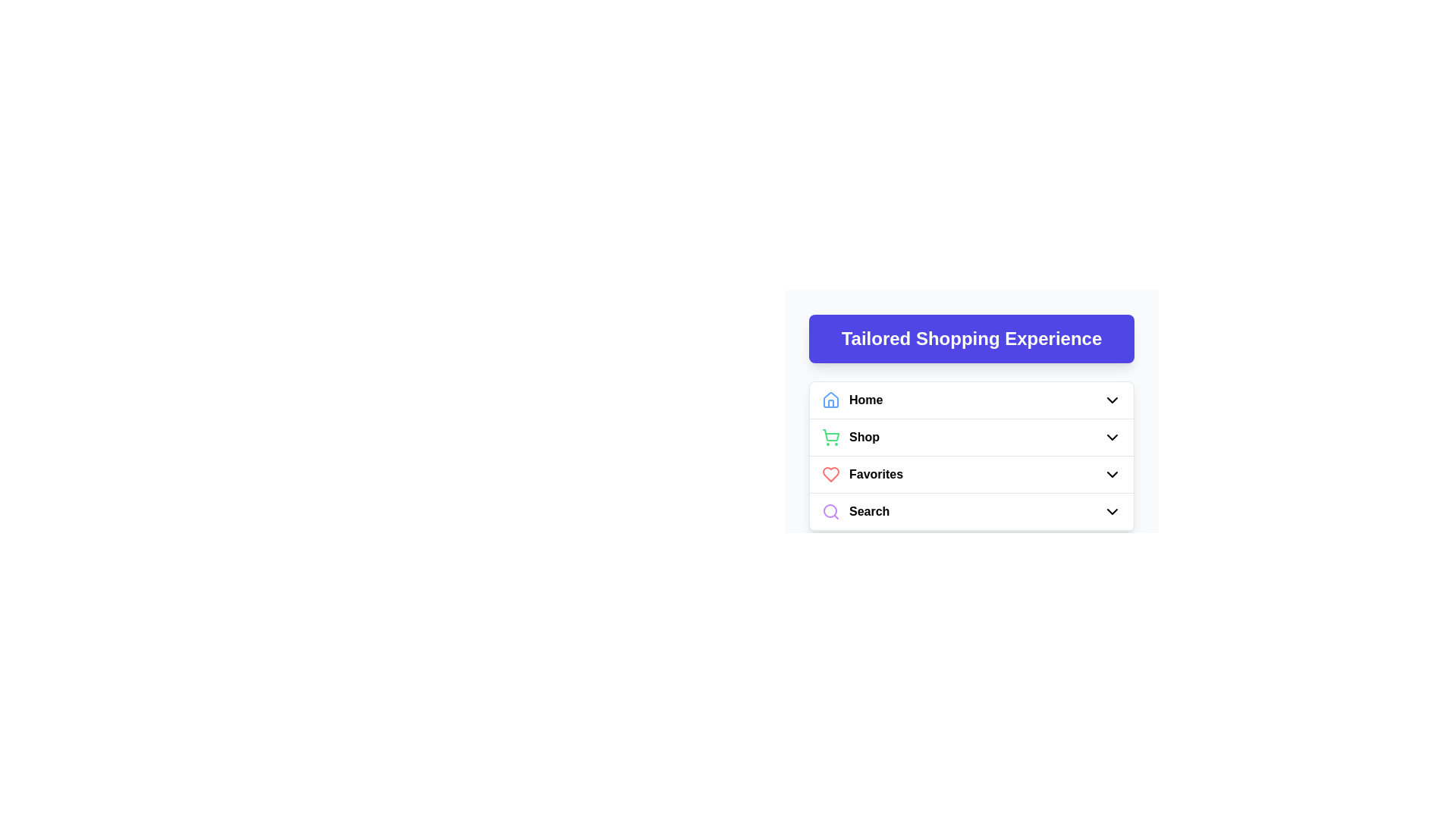  What do you see at coordinates (829, 511) in the screenshot?
I see `the circular lens part of the magnifying glass icon, which is located in the 'Search' menu item of the vertical navigation list` at bounding box center [829, 511].